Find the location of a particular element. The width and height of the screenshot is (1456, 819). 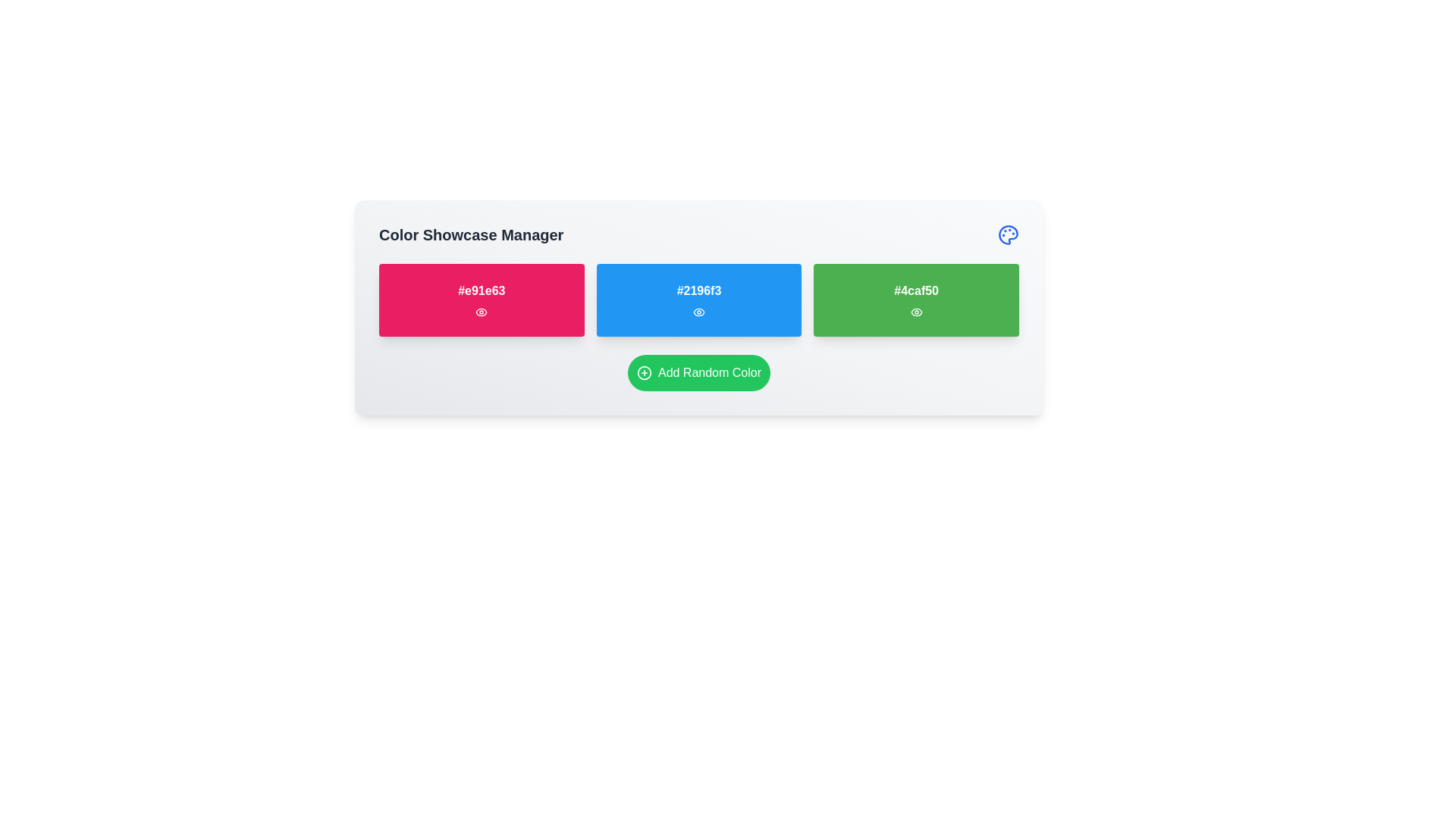

the text label displaying the hexadecimal color code in the 'Color Showcase Manager' section is located at coordinates (481, 291).